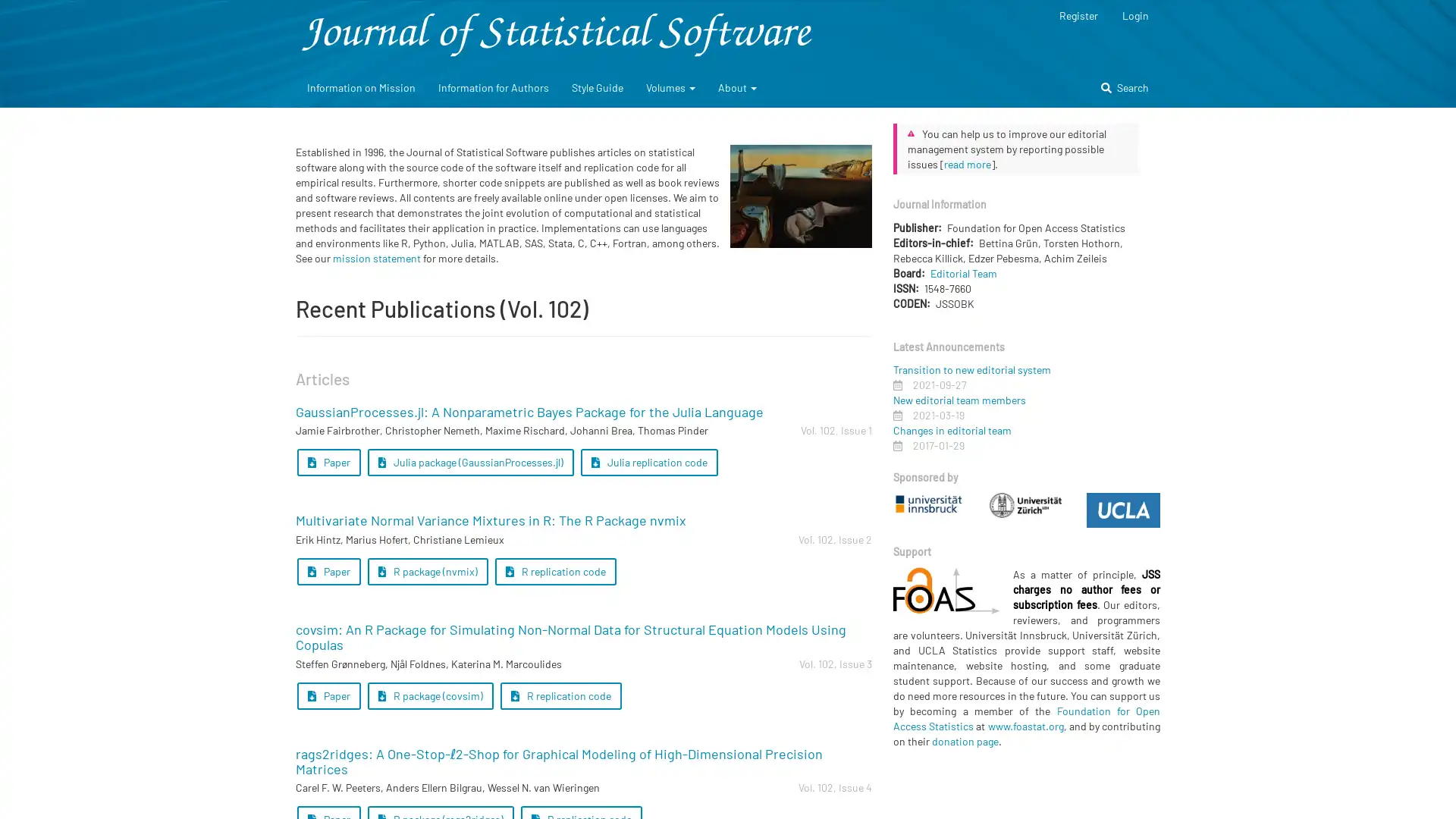 The image size is (1456, 819). Describe the element at coordinates (469, 461) in the screenshot. I see `Julia package (GaussianProcesses.jl)` at that location.